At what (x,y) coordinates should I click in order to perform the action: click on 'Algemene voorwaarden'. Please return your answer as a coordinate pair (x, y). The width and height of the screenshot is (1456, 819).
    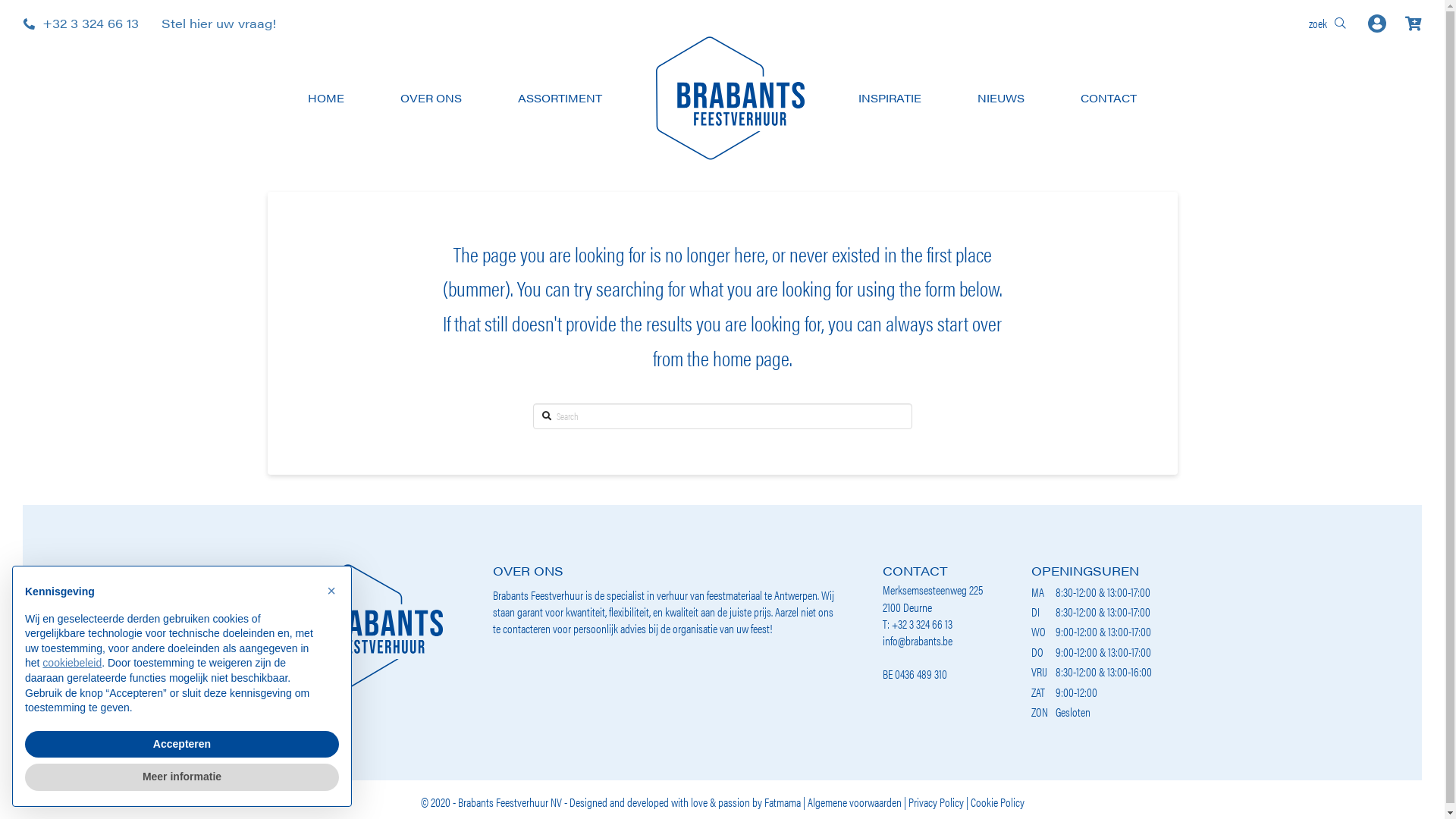
    Looking at the image, I should click on (854, 801).